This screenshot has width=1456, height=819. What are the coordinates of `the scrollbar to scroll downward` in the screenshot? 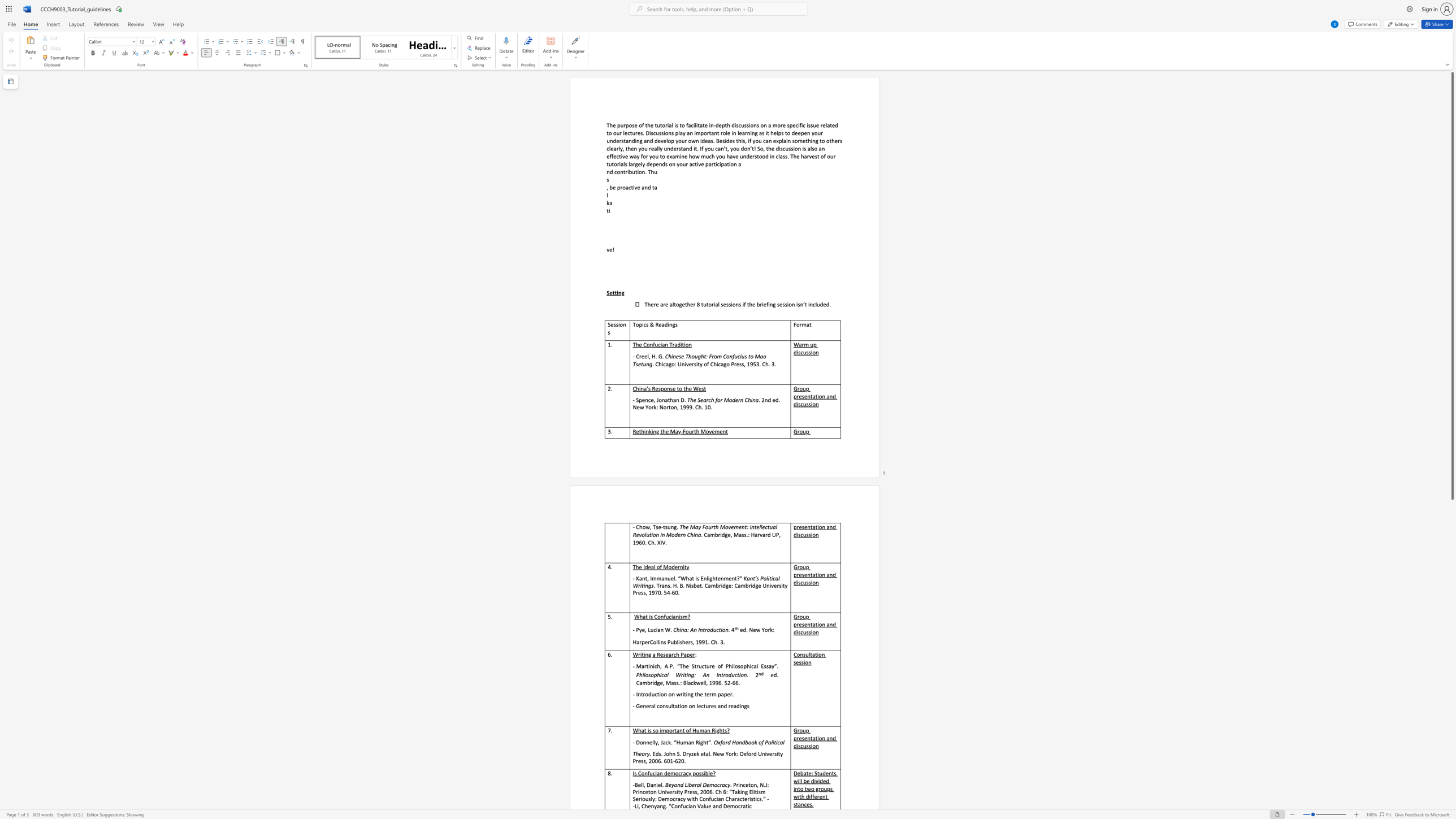 It's located at (1451, 553).